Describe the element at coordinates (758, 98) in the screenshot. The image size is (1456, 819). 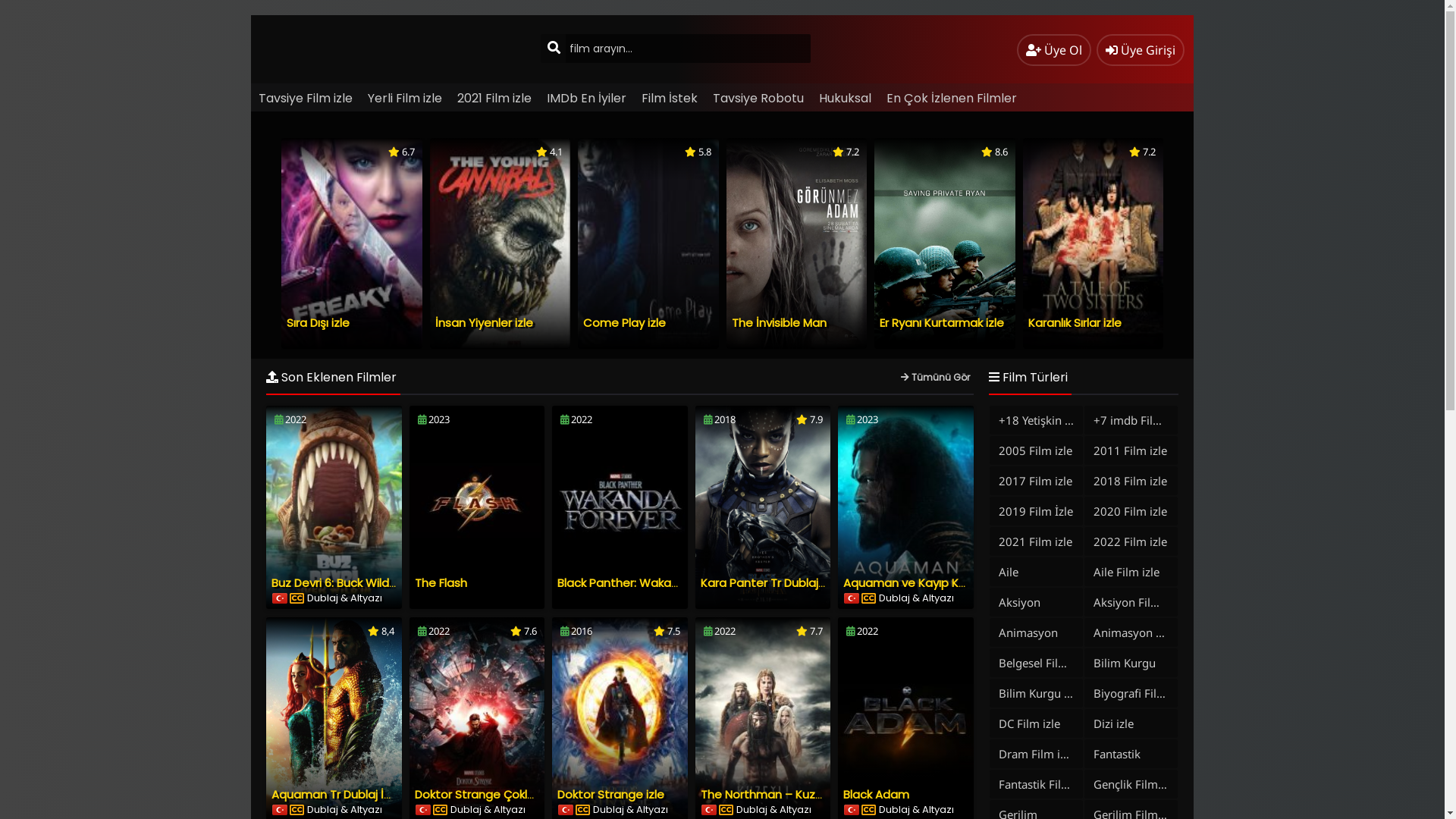
I see `'Tavsiye Robotu'` at that location.